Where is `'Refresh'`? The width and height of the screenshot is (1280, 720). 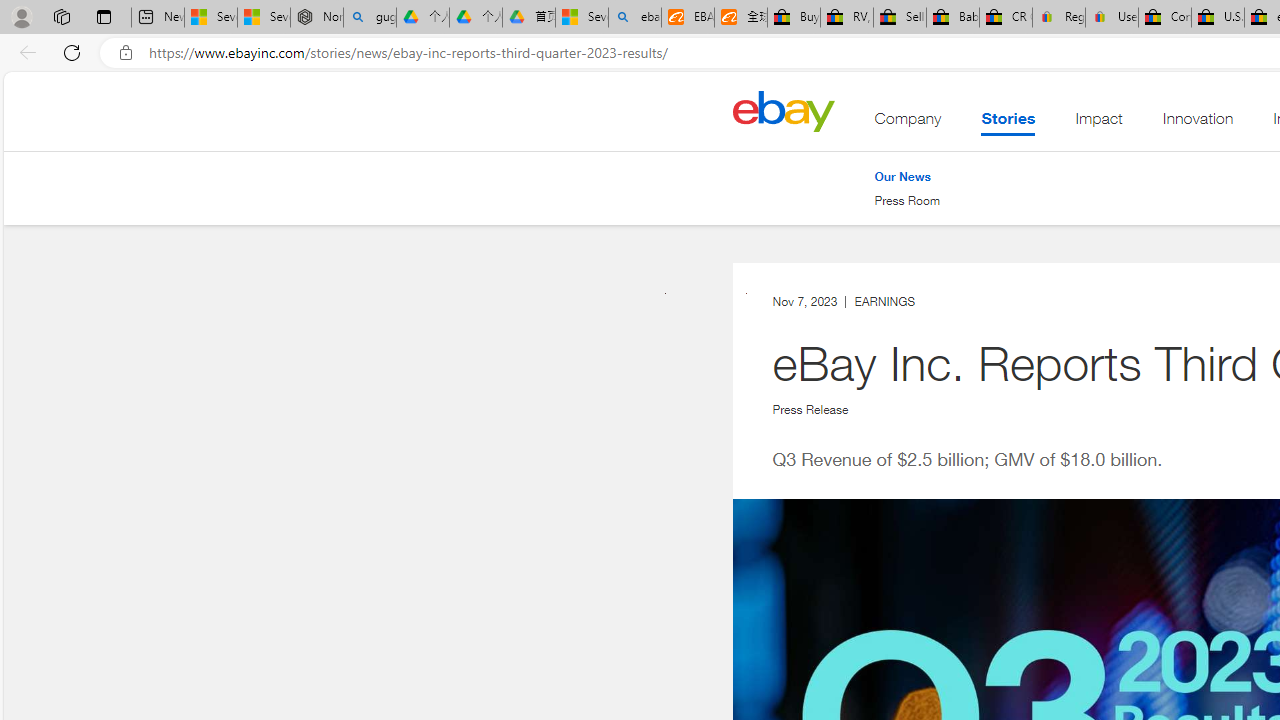 'Refresh' is located at coordinates (72, 51).